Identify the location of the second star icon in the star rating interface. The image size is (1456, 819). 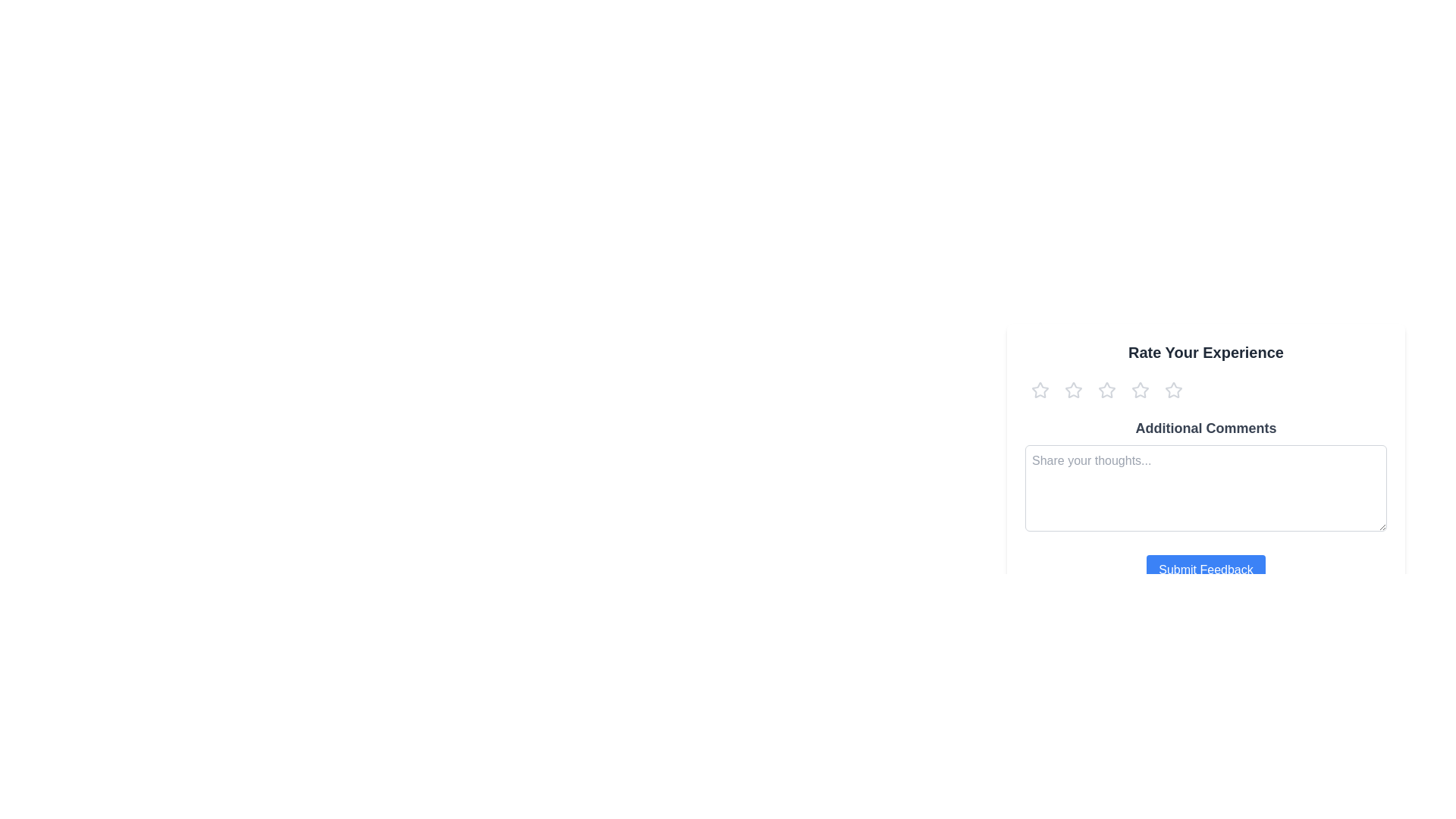
(1106, 389).